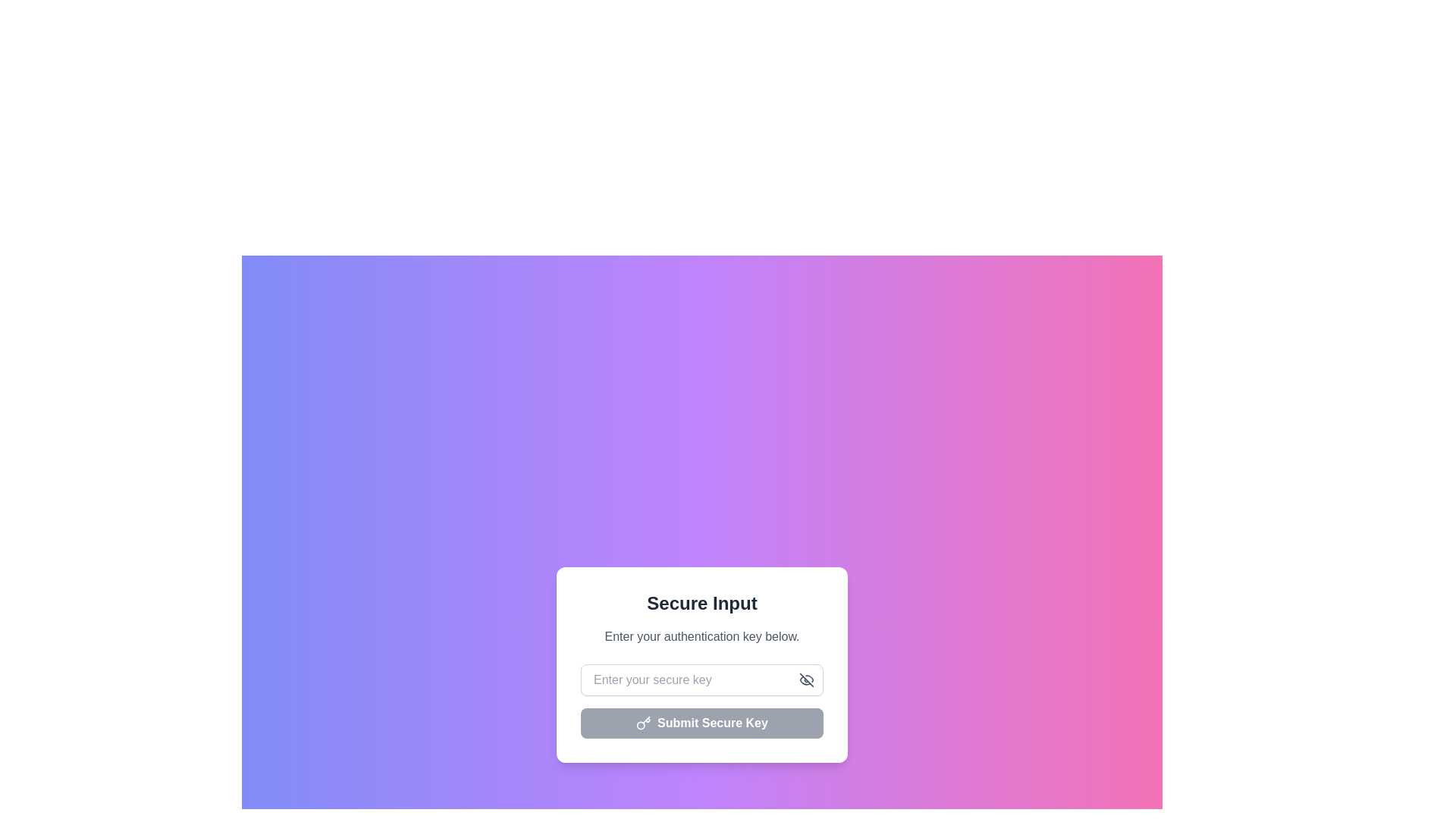  What do you see at coordinates (701, 637) in the screenshot?
I see `static text label that provides instructions for entering the authentication key, located below the heading 'Secure Input' and above the text input field` at bounding box center [701, 637].